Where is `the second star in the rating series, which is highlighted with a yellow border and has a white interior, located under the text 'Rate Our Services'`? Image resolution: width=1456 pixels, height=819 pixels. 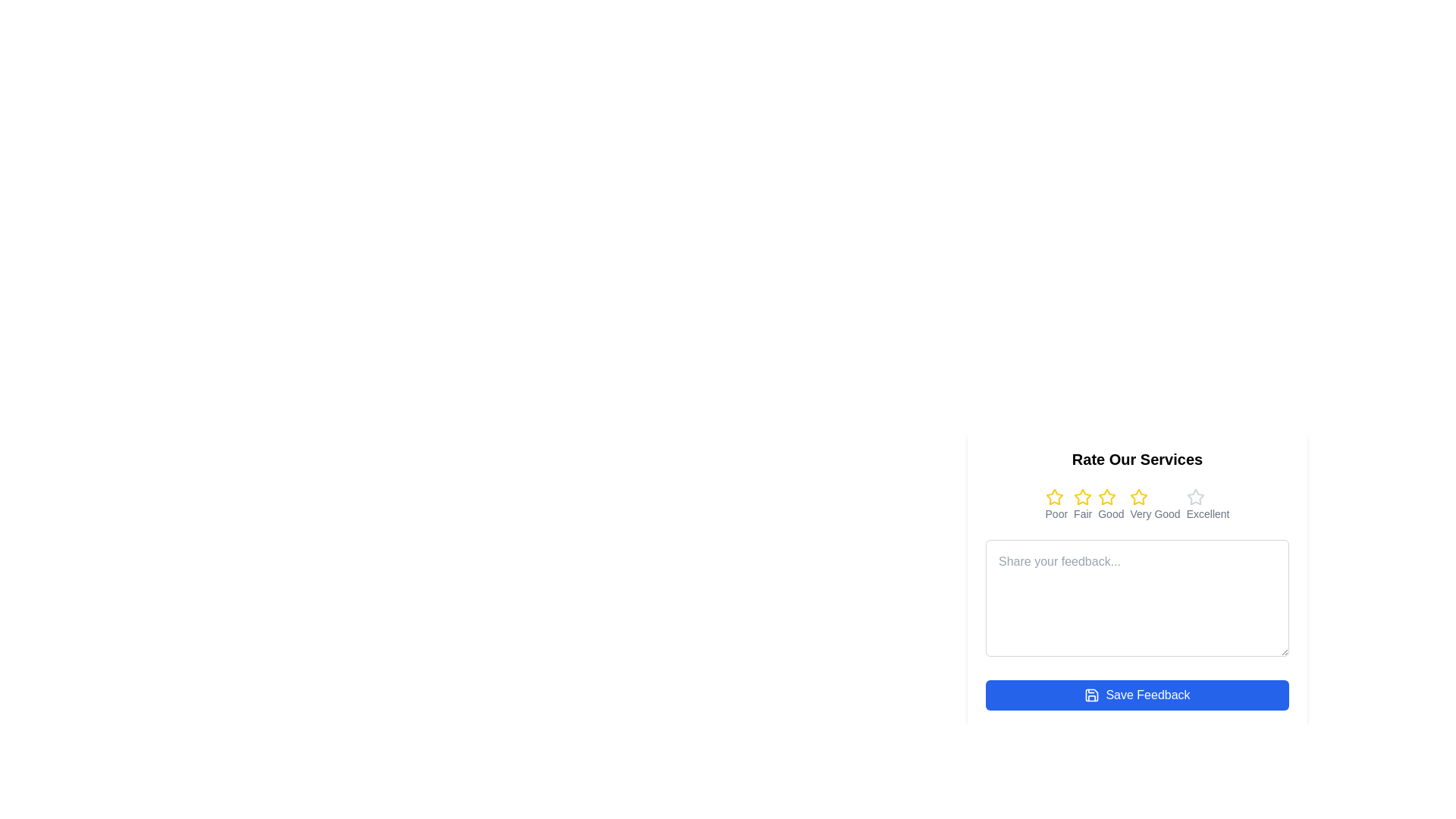 the second star in the rating series, which is highlighted with a yellow border and has a white interior, located under the text 'Rate Our Services' is located at coordinates (1082, 497).